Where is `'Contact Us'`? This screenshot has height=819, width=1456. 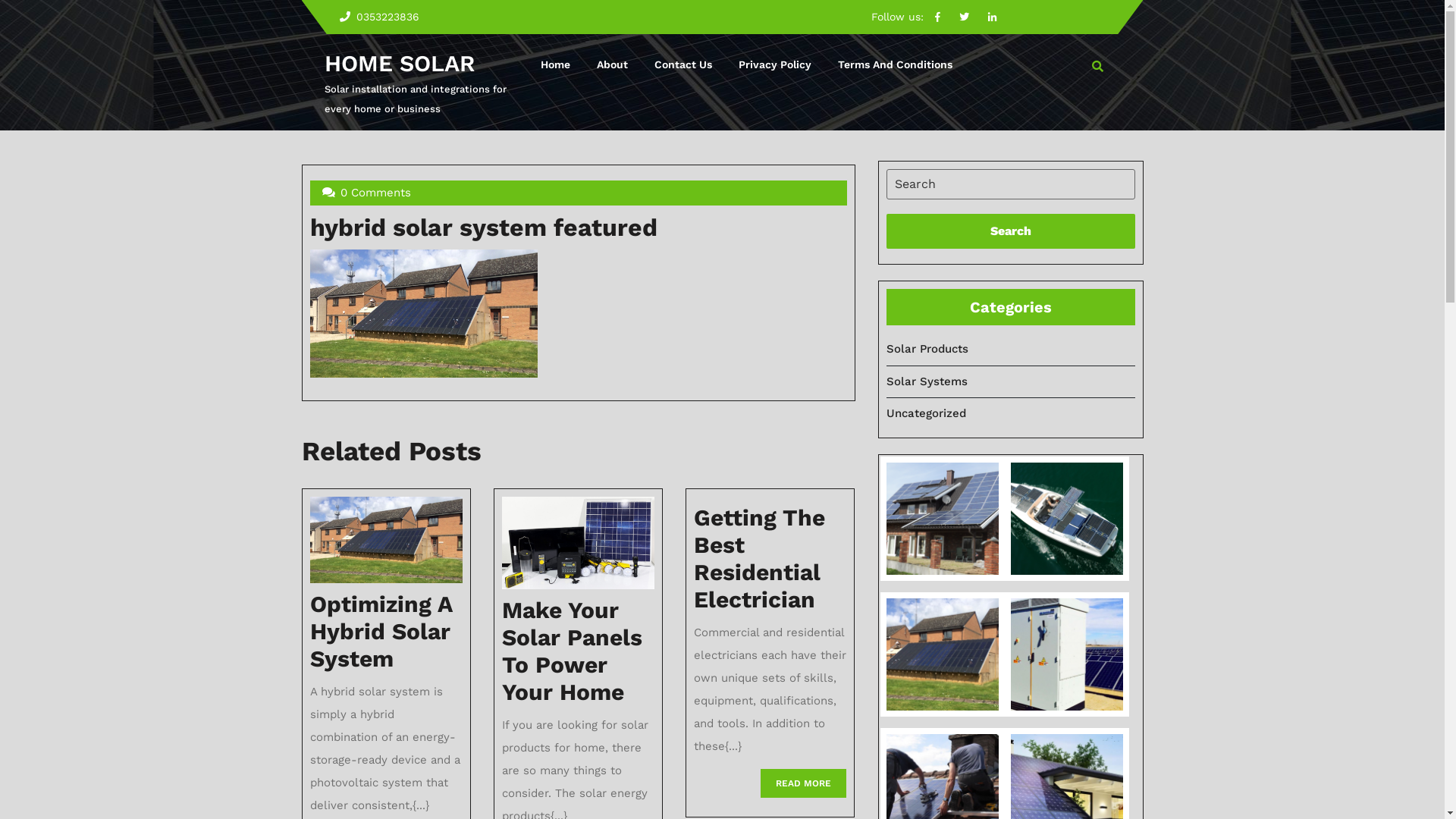 'Contact Us' is located at coordinates (682, 64).